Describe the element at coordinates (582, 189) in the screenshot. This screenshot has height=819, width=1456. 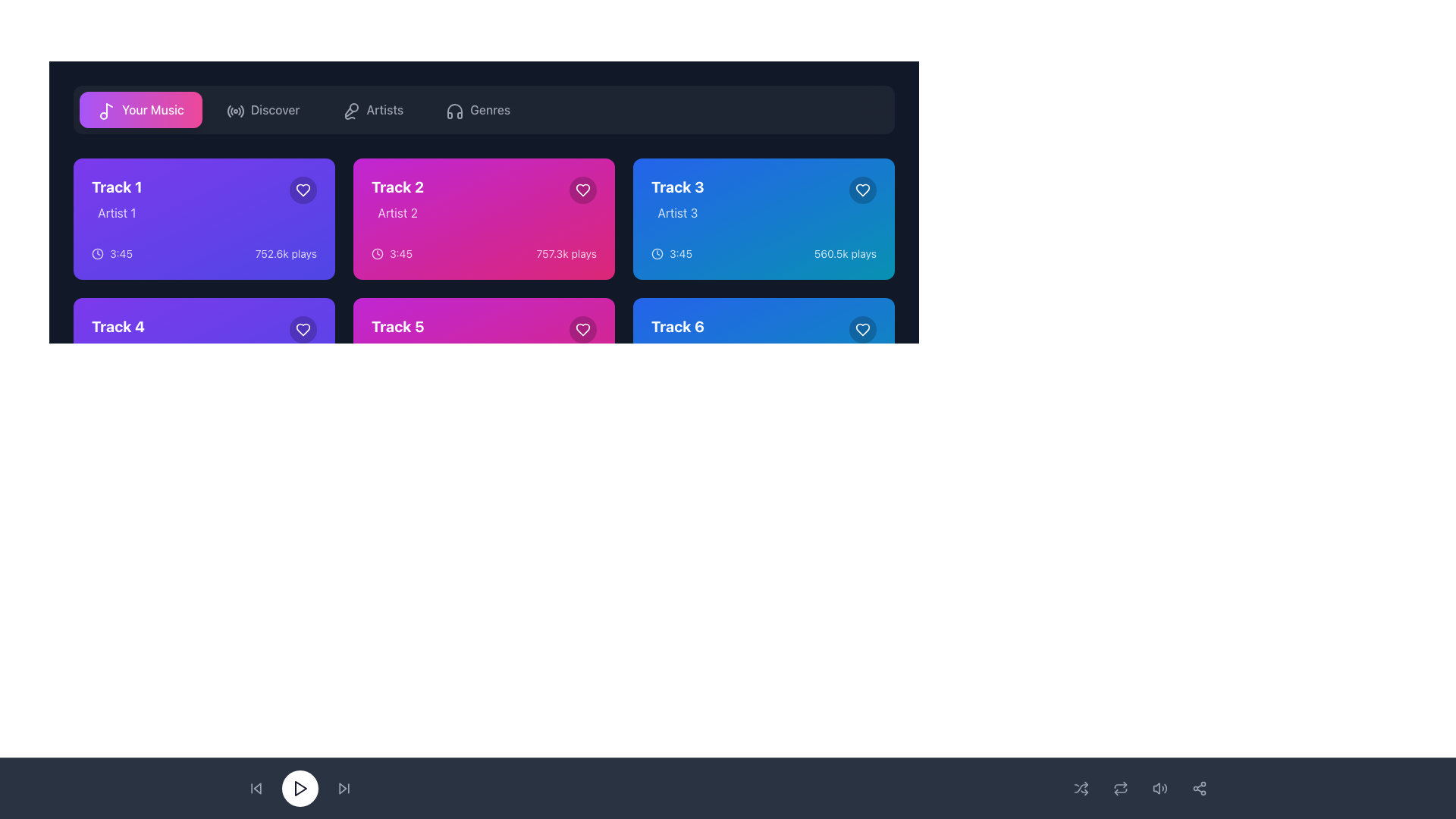
I see `the Heart Icon Button located in the second column of the top row of the grid layout, which is associated with 'Track 2'` at that location.